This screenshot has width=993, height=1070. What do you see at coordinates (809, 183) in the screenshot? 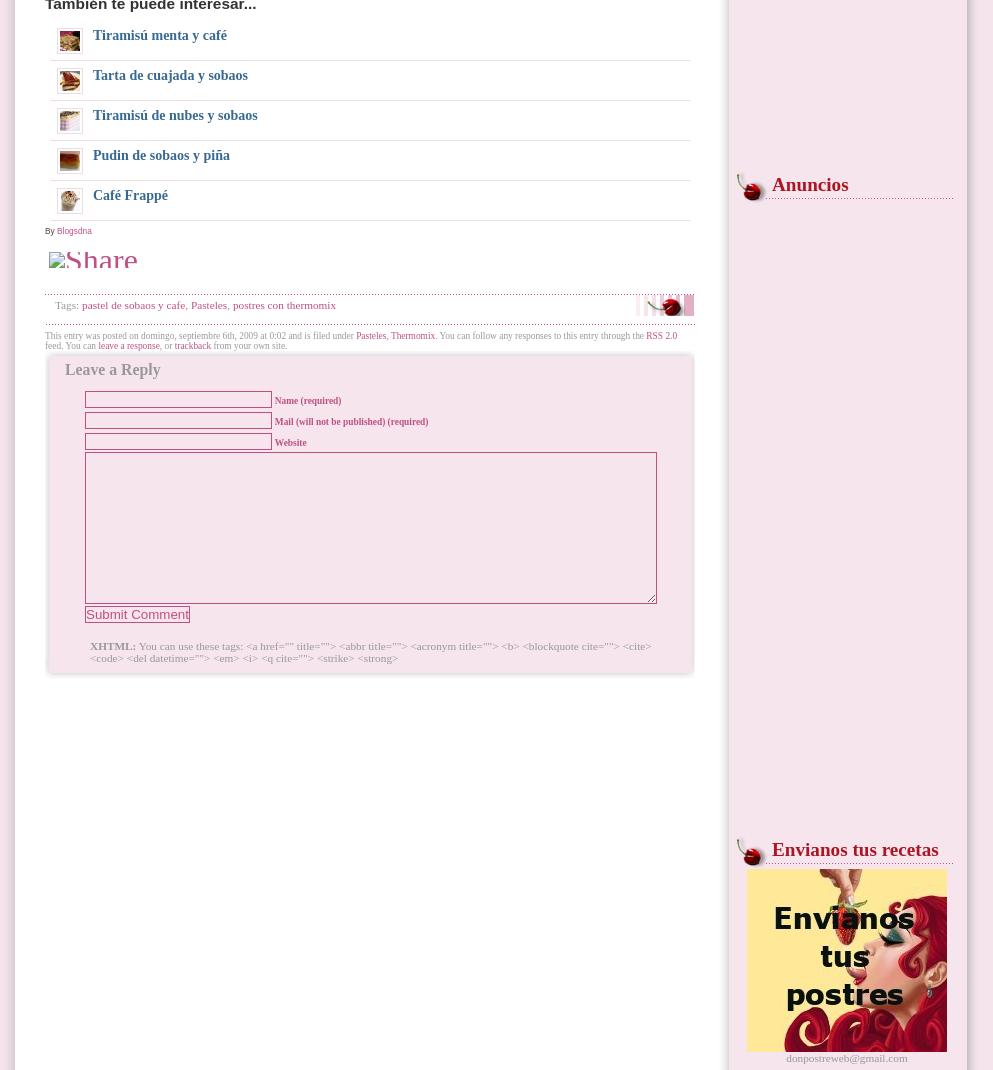
I see `'Anuncios'` at bounding box center [809, 183].